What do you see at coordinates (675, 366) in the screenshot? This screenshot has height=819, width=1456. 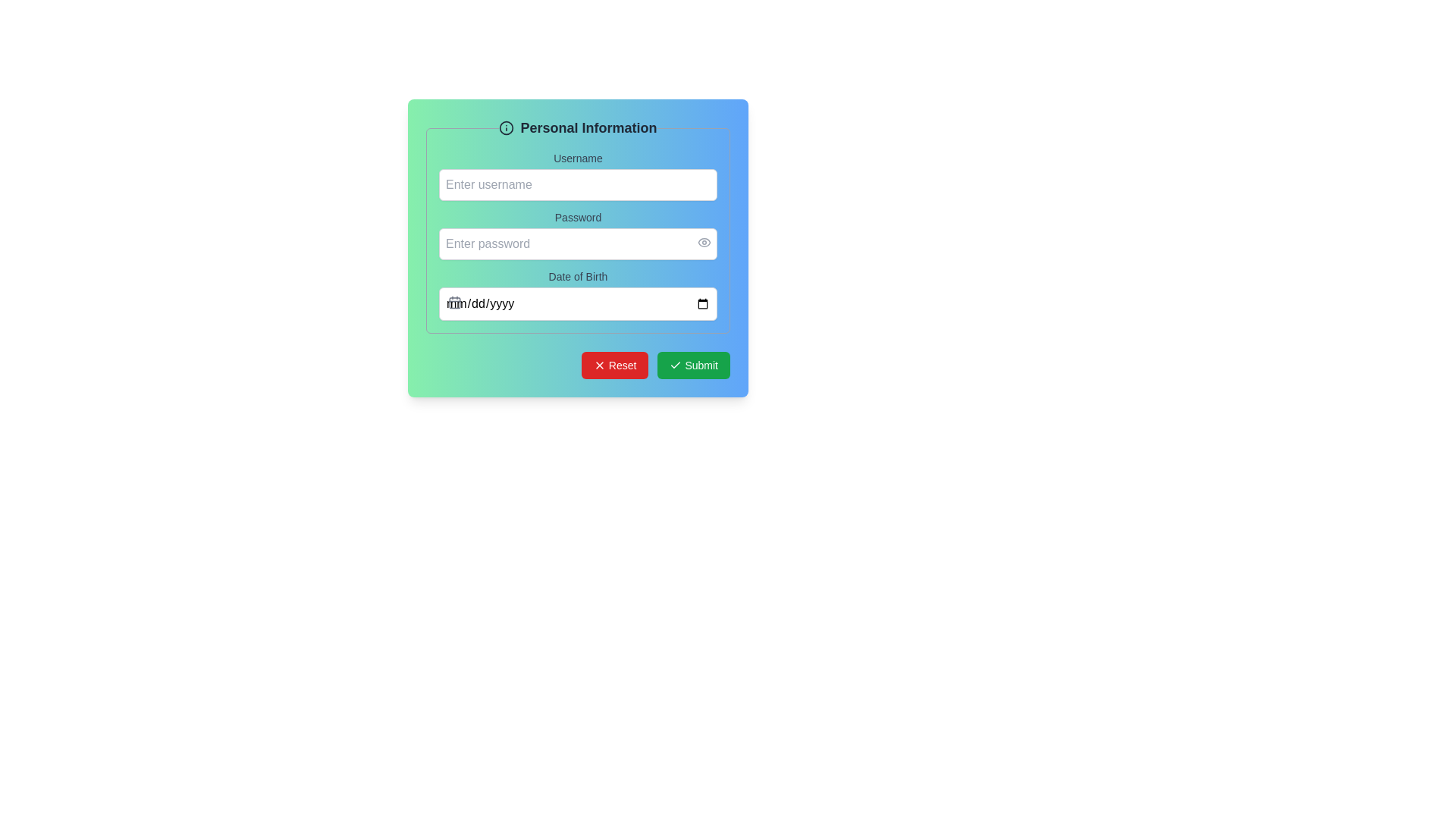 I see `the 'Submit' button which contains the checkmark icon located to the left of its text label` at bounding box center [675, 366].